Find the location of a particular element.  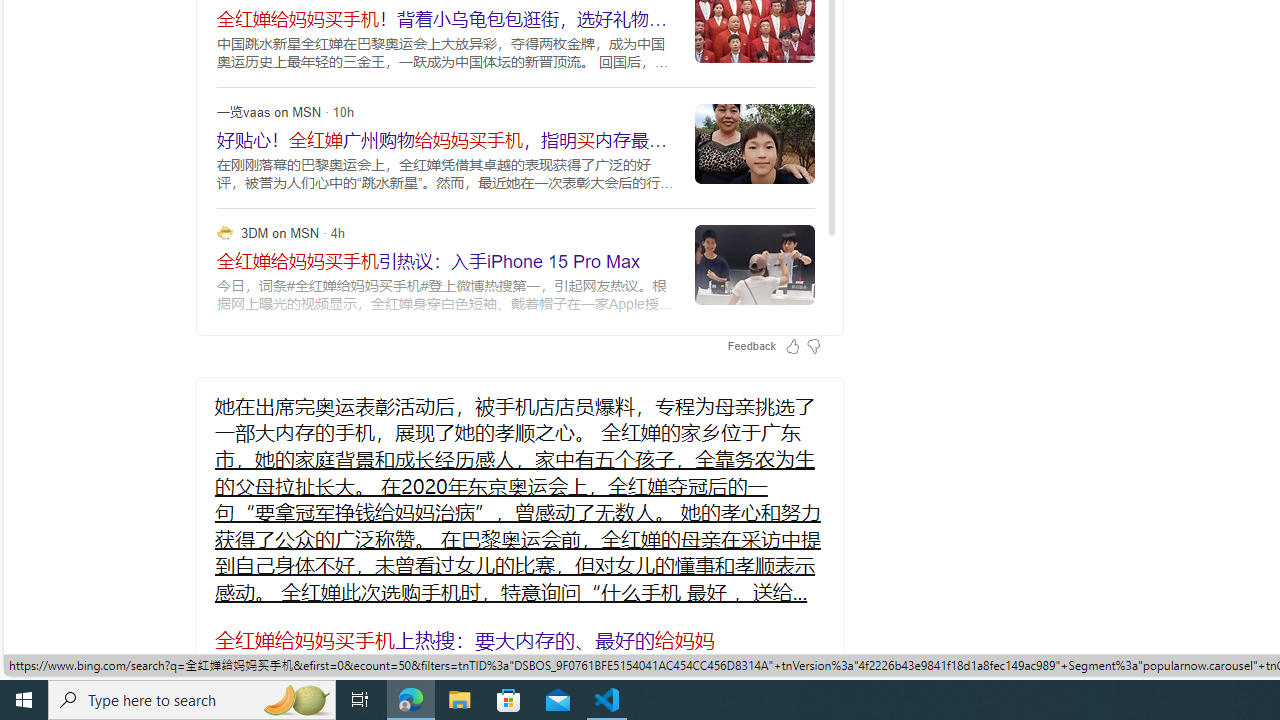

'3DM on MSN' is located at coordinates (225, 231).